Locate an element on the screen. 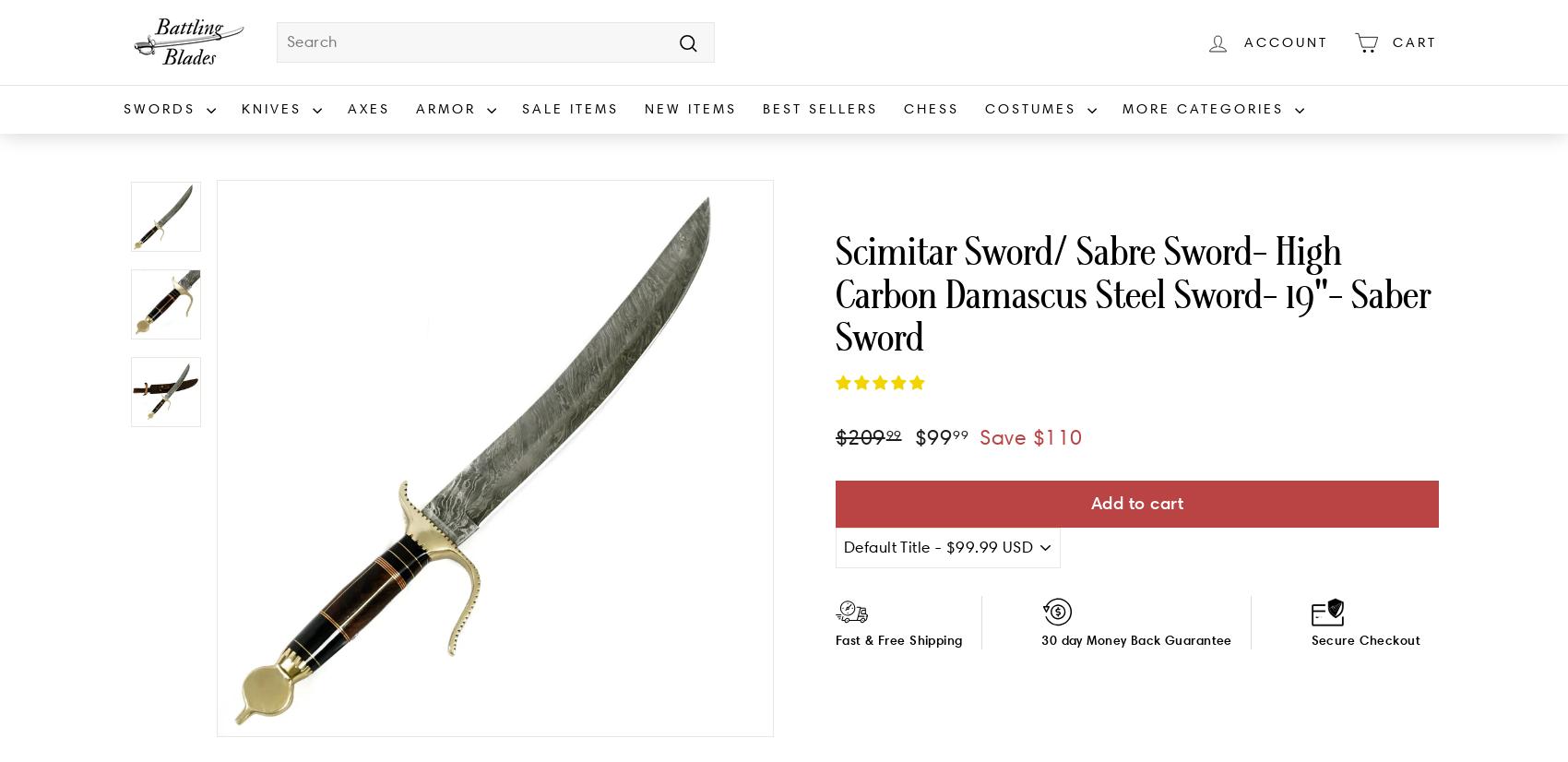 This screenshot has height=762, width=1568. 'Steampunk' is located at coordinates (985, 408).